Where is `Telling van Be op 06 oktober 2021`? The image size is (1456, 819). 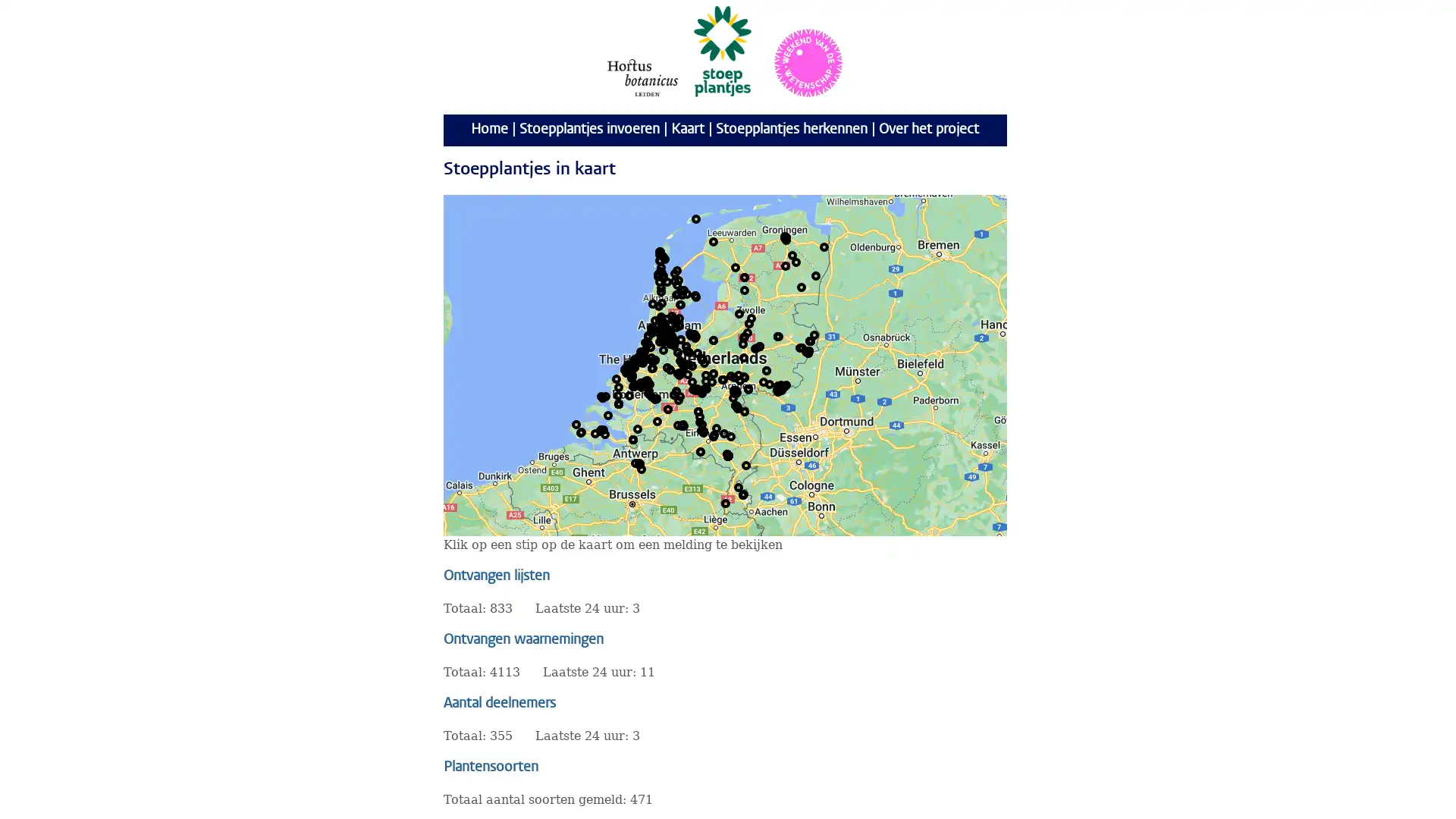
Telling van Be op 06 oktober 2021 is located at coordinates (655, 359).